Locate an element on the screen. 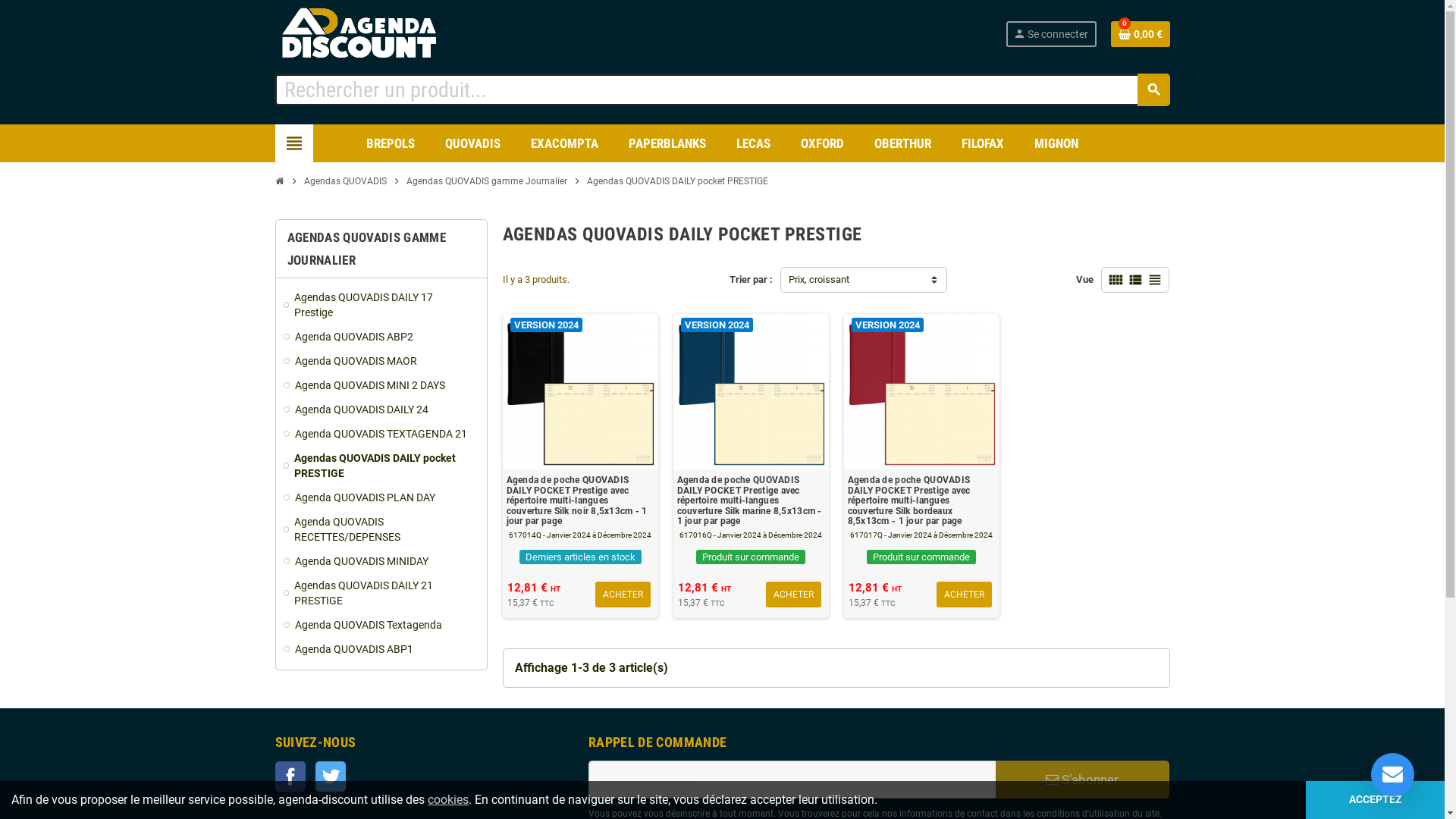 The image size is (1456, 819). 'Agendas QUOVADIS' is located at coordinates (344, 180).